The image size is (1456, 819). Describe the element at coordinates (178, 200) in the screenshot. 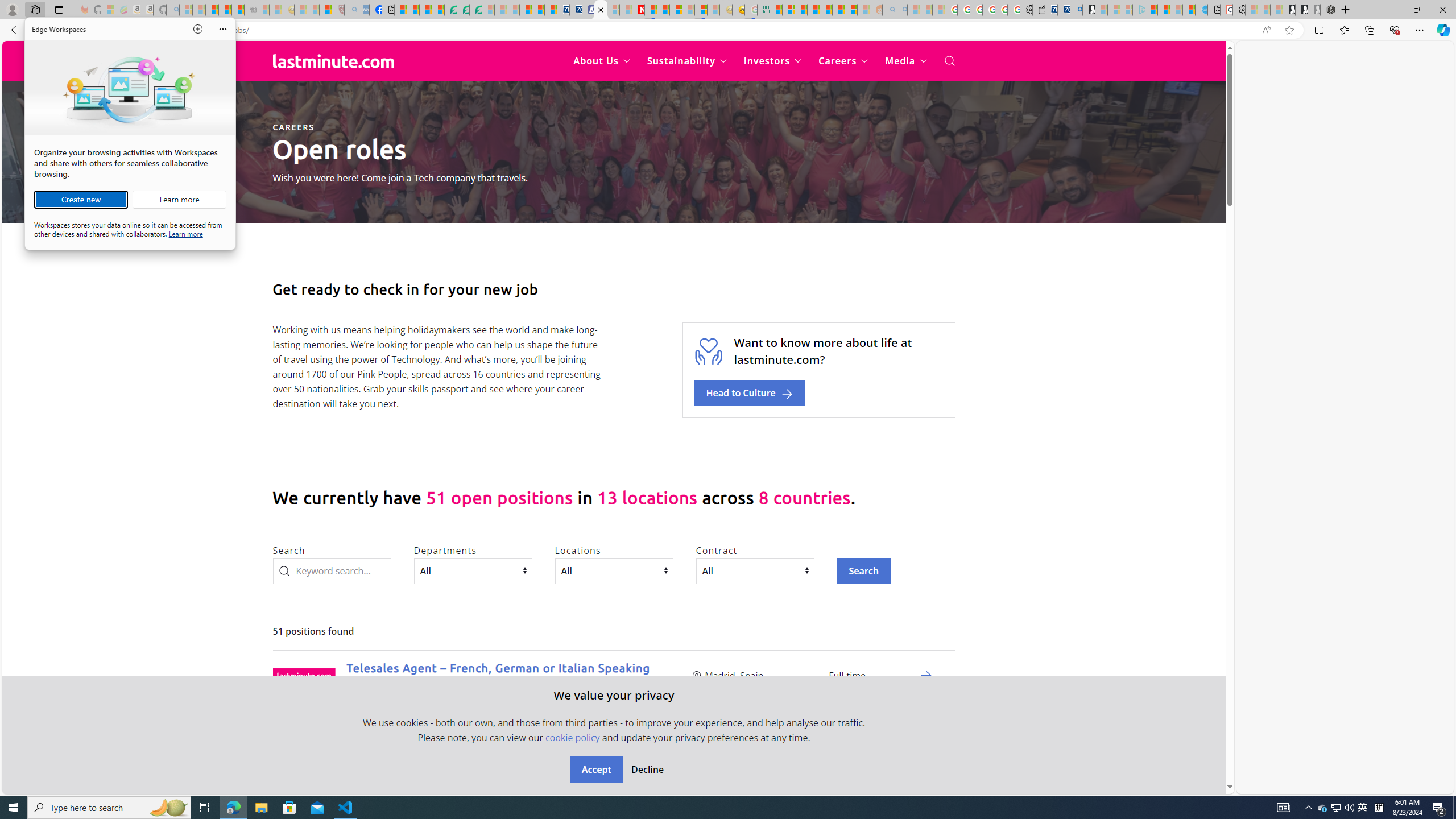

I see `'Learn more about Workspaces'` at that location.